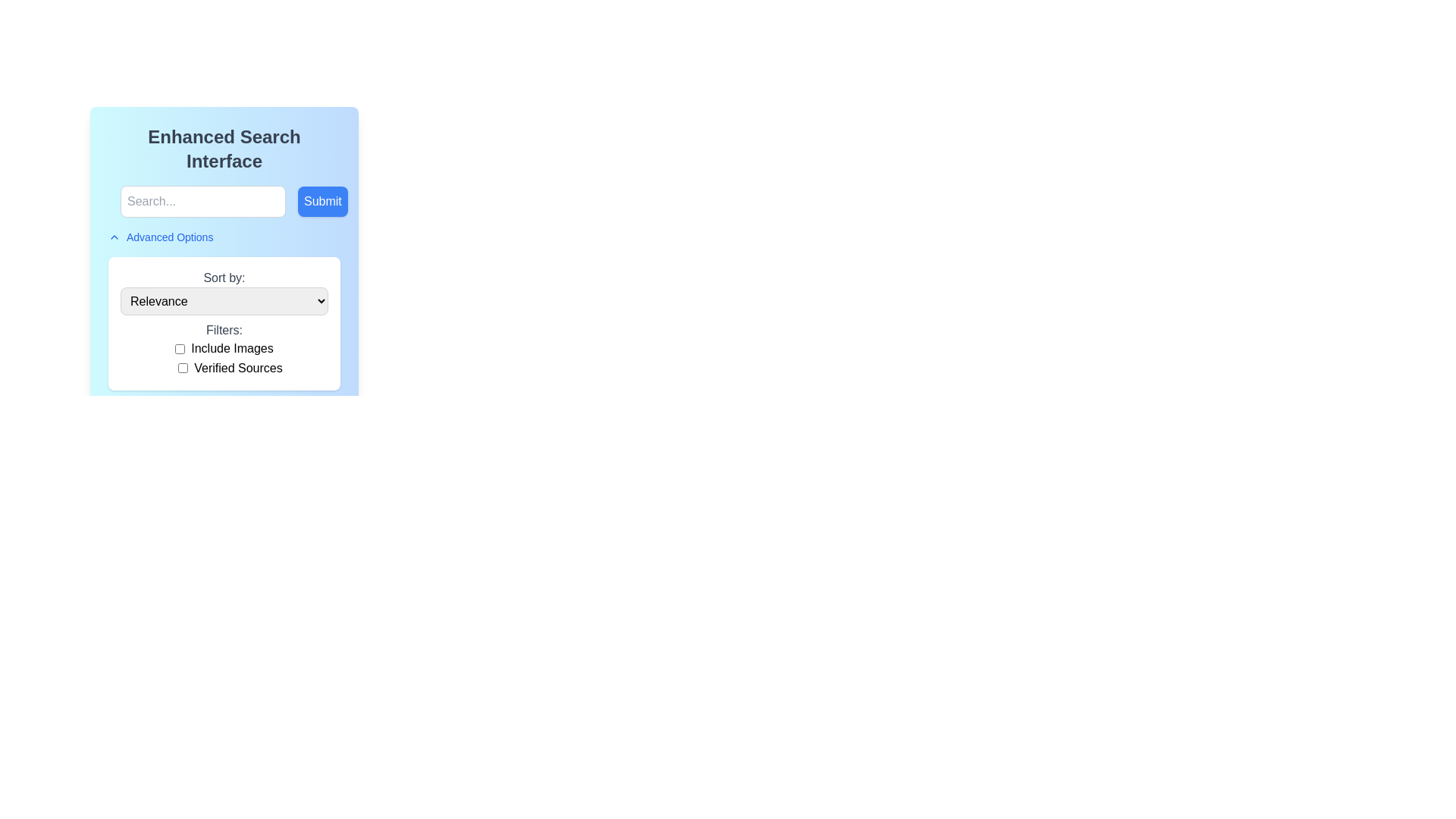 The image size is (1456, 819). Describe the element at coordinates (224, 292) in the screenshot. I see `the dropdown menu located below the 'Advanced Options' section and above the 'Filters:' section` at that location.